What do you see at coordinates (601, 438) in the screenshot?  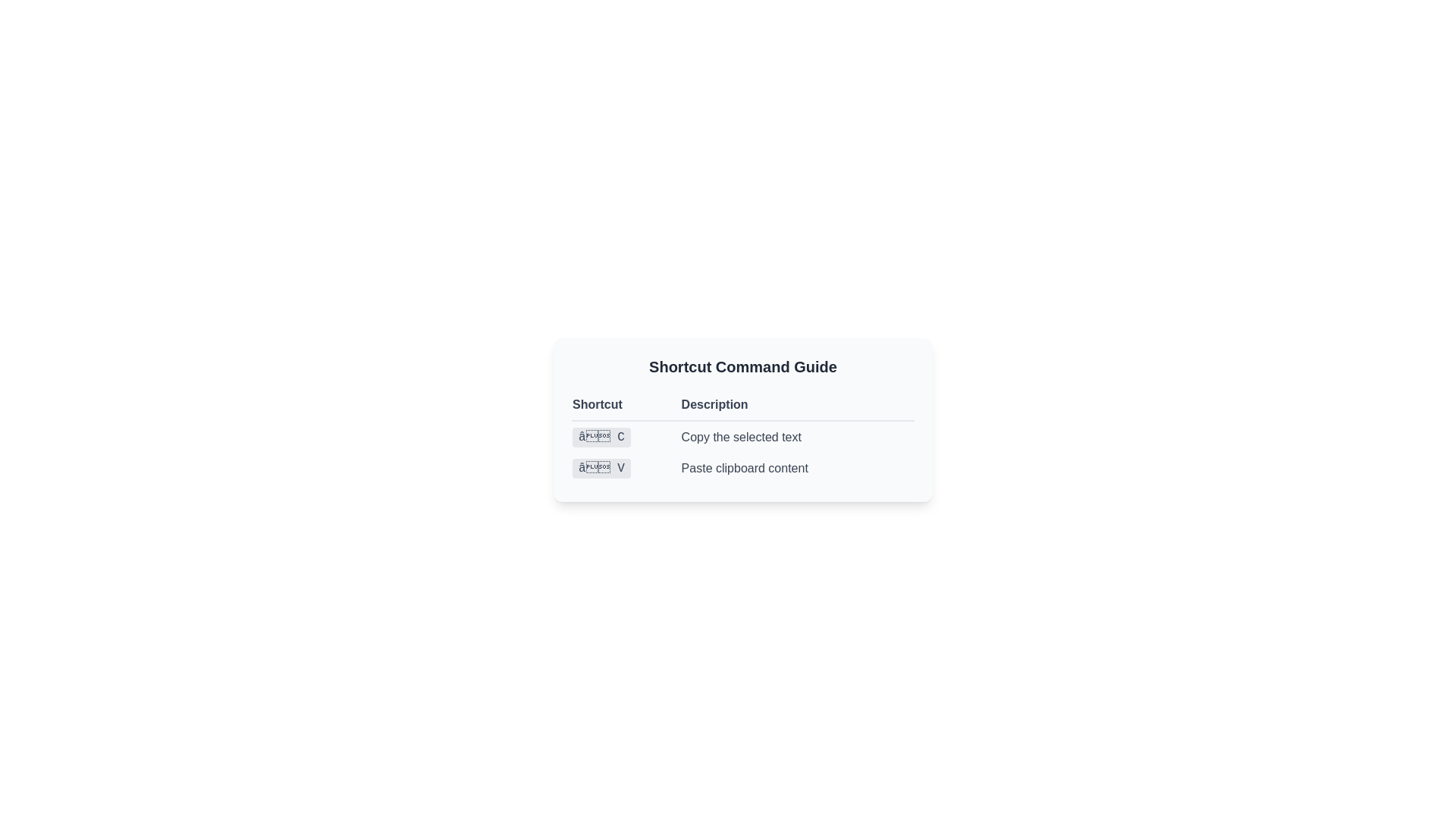 I see `the button-like component displaying the text '⌘ C' with a gray background, which is the first shortcut key in the 'Shortcut Command Guide' section` at bounding box center [601, 438].